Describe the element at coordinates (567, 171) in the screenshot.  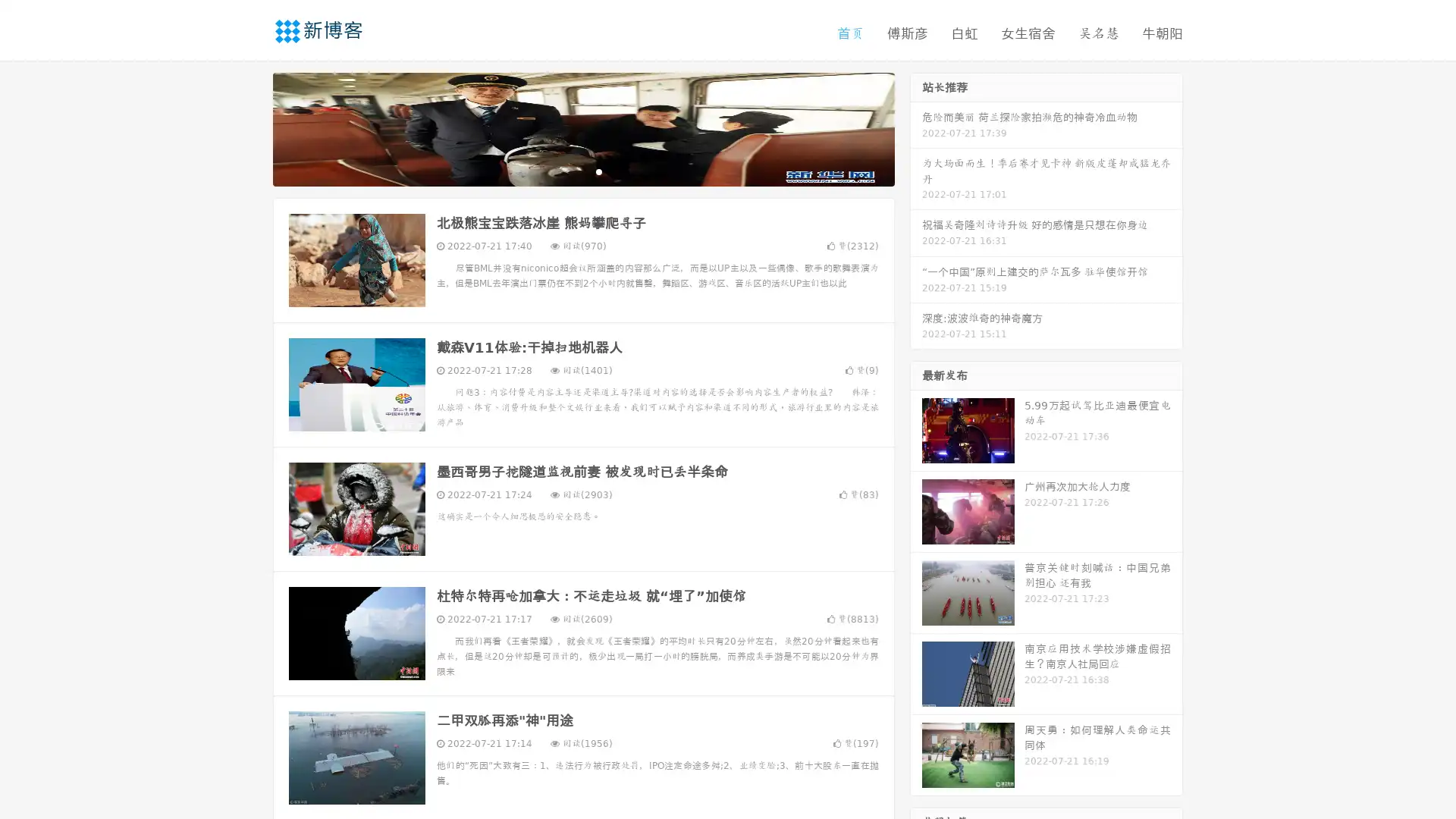
I see `Go to slide 1` at that location.